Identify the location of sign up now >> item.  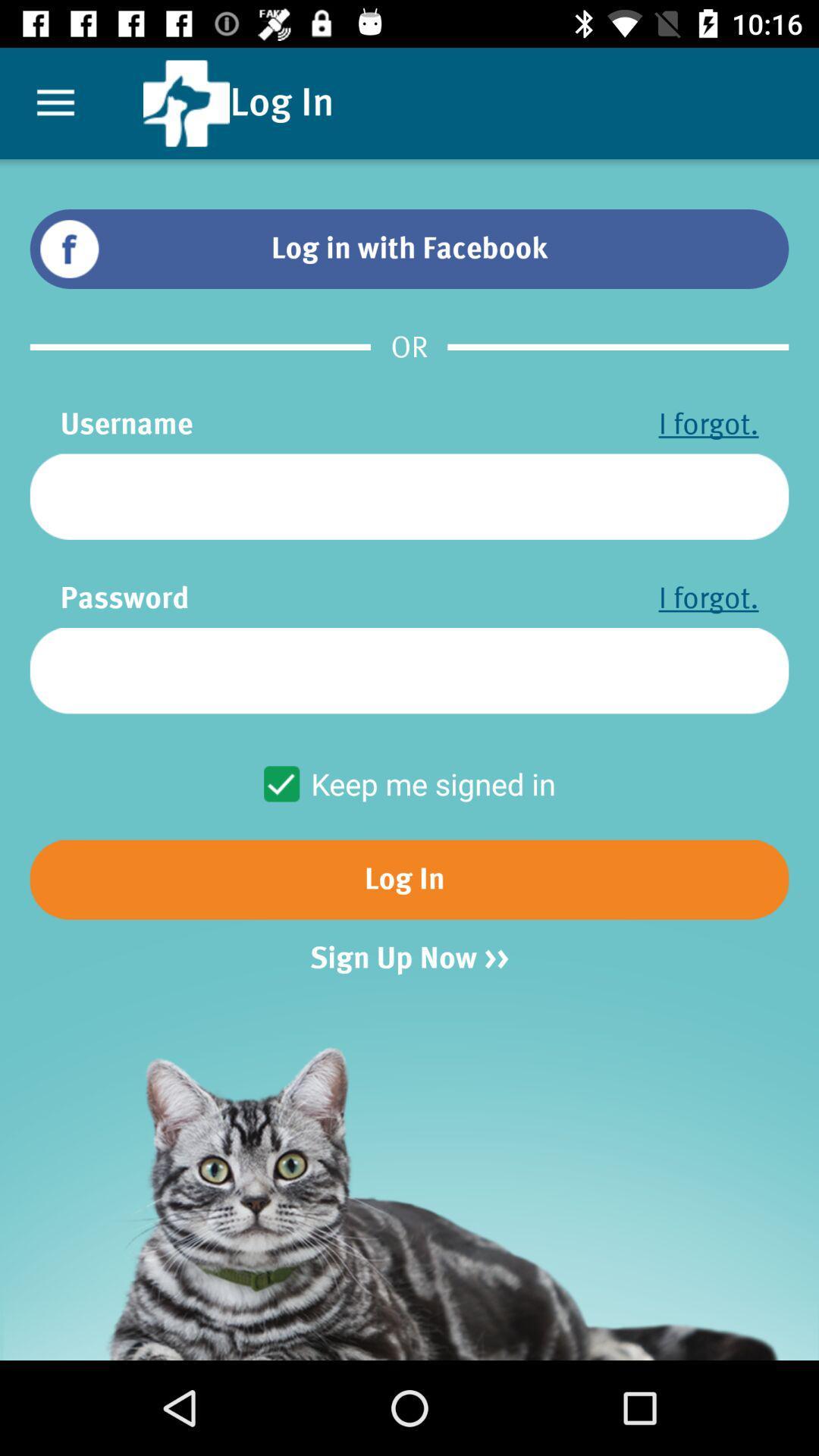
(409, 958).